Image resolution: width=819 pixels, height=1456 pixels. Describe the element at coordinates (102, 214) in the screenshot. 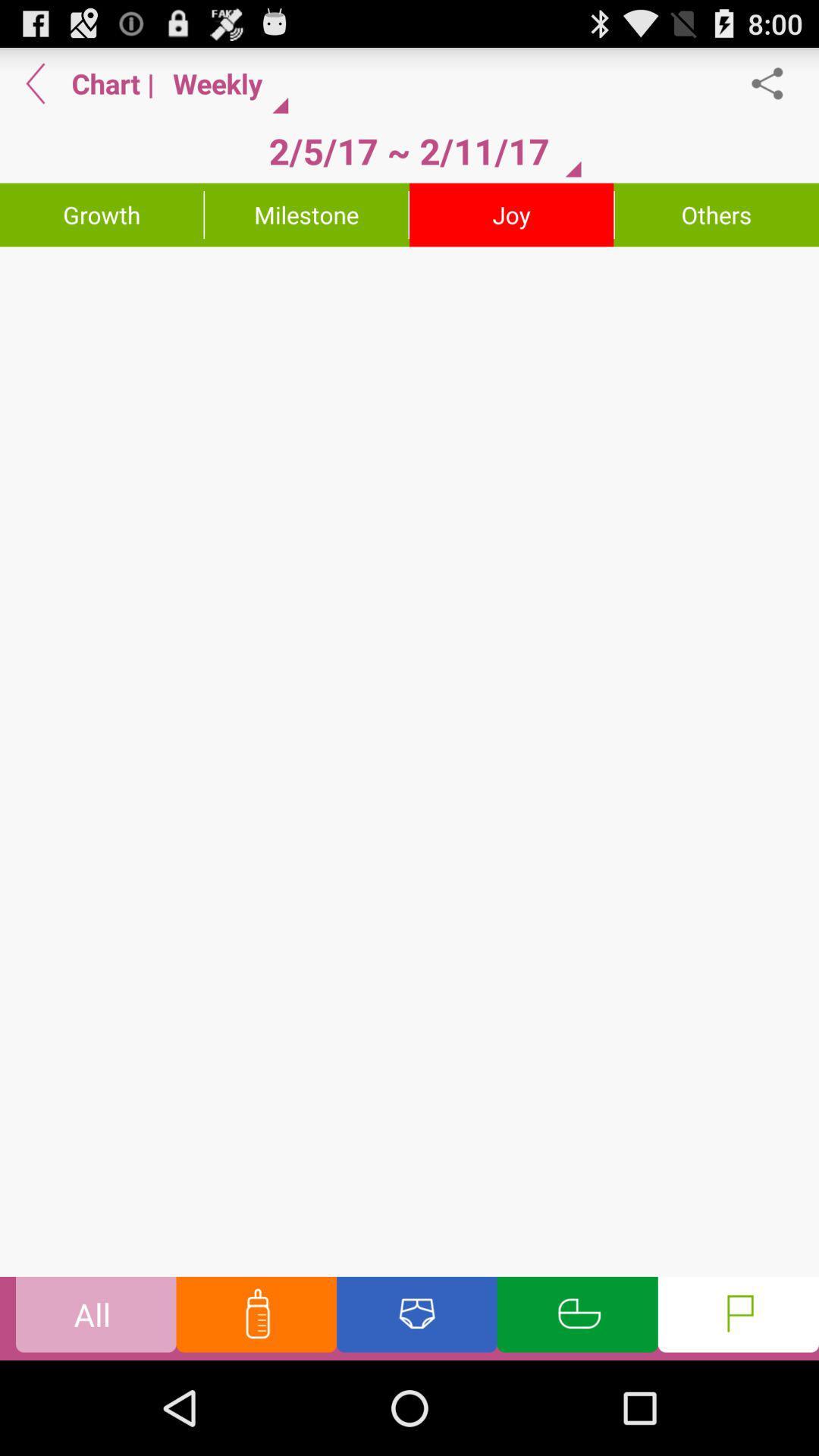

I see `the growth button` at that location.